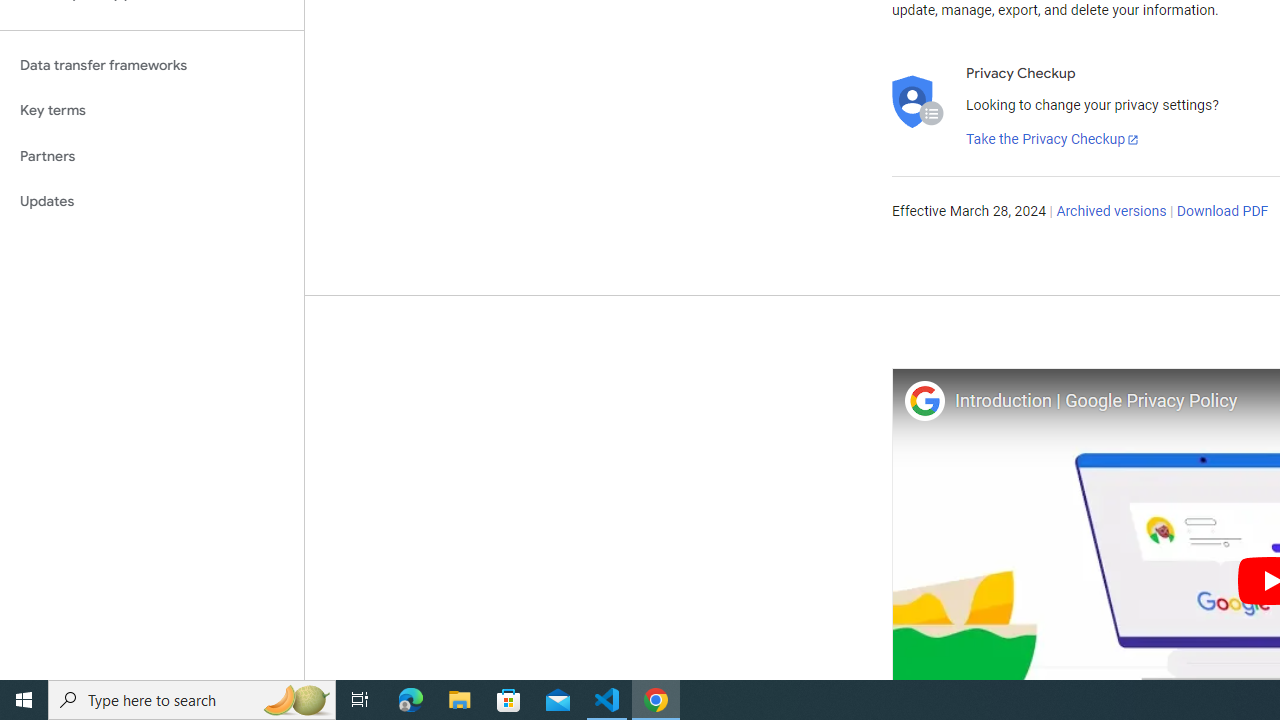 The height and width of the screenshot is (720, 1280). Describe the element at coordinates (923, 400) in the screenshot. I see `'Photo image of Google'` at that location.